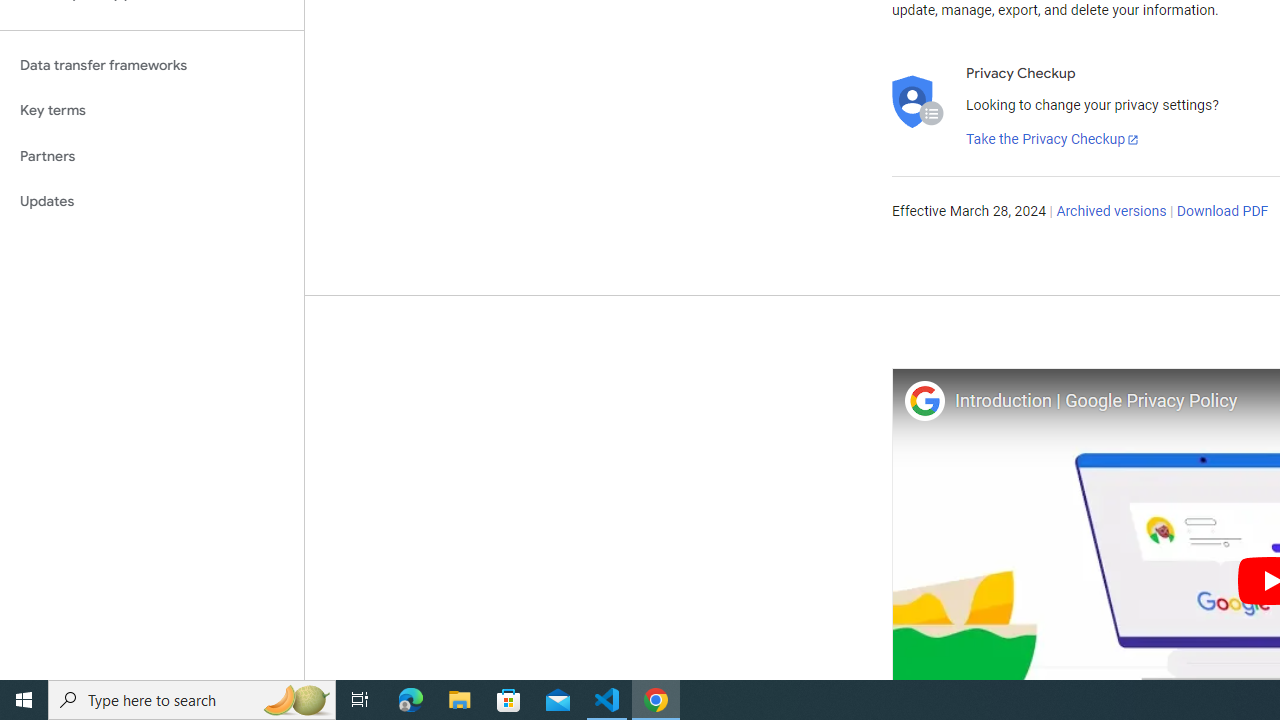 The height and width of the screenshot is (720, 1280). Describe the element at coordinates (923, 400) in the screenshot. I see `'Photo image of Google'` at that location.